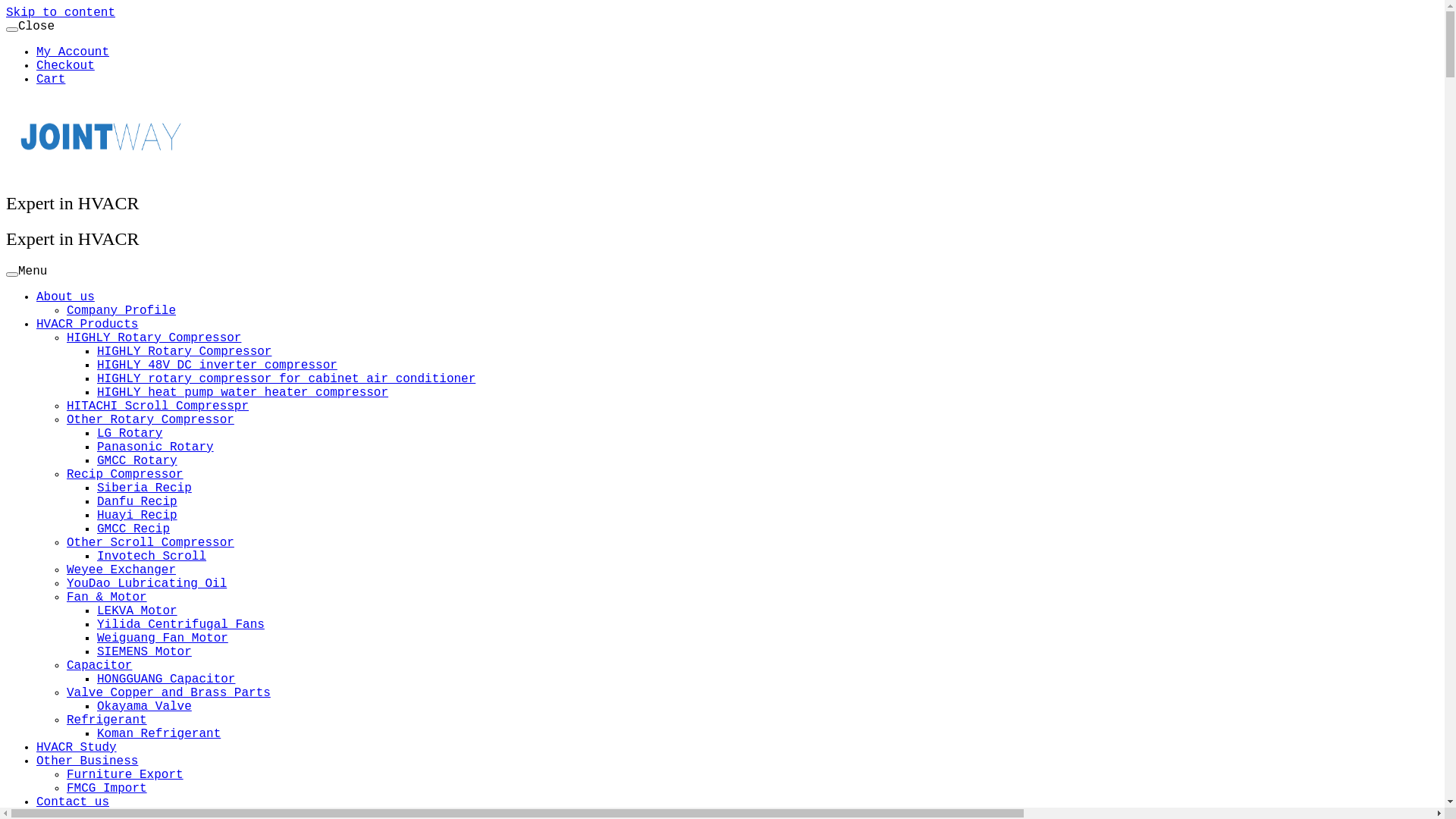 Image resolution: width=1456 pixels, height=819 pixels. What do you see at coordinates (11, 29) in the screenshot?
I see `'Close'` at bounding box center [11, 29].